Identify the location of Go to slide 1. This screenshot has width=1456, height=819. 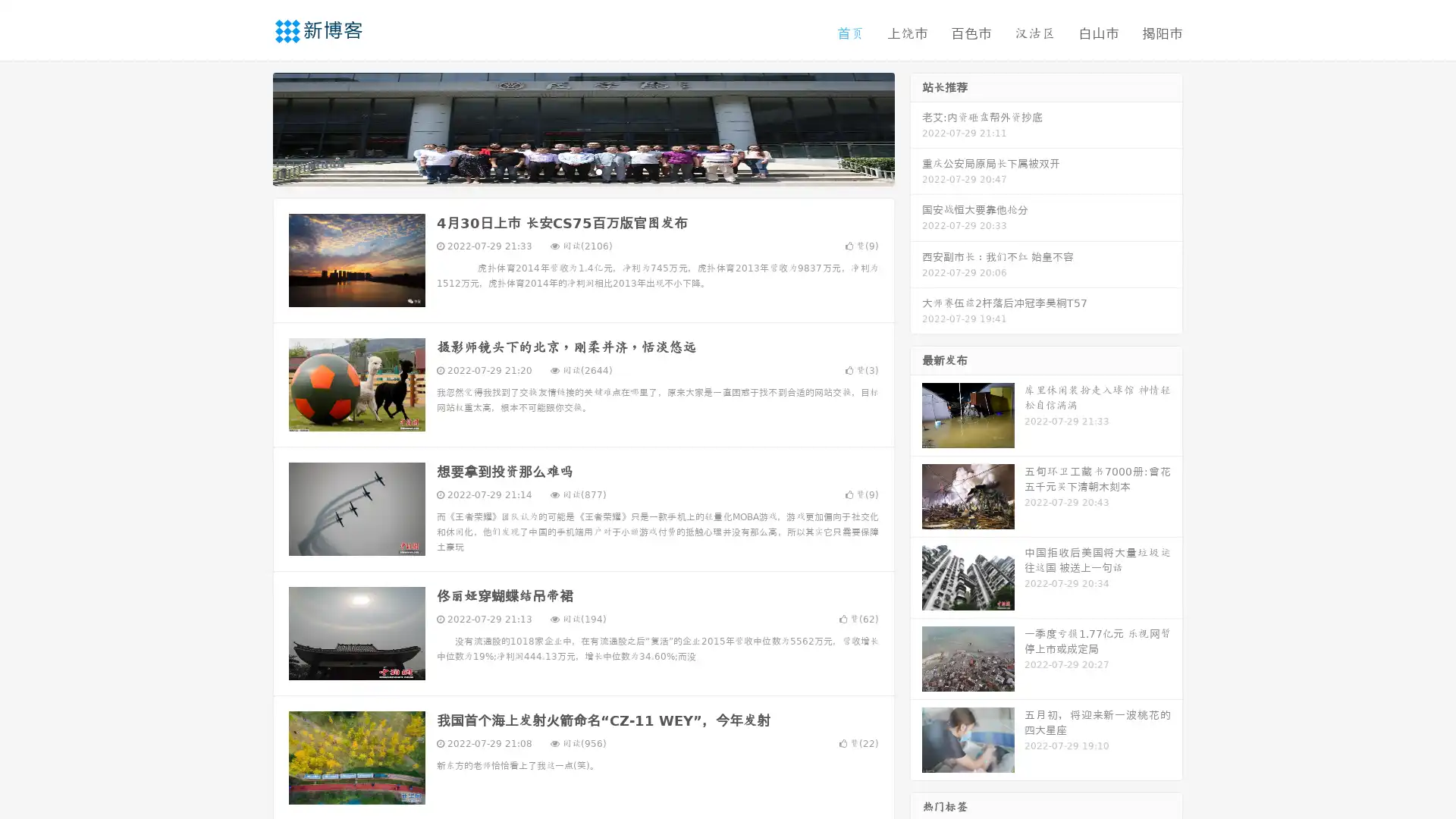
(567, 171).